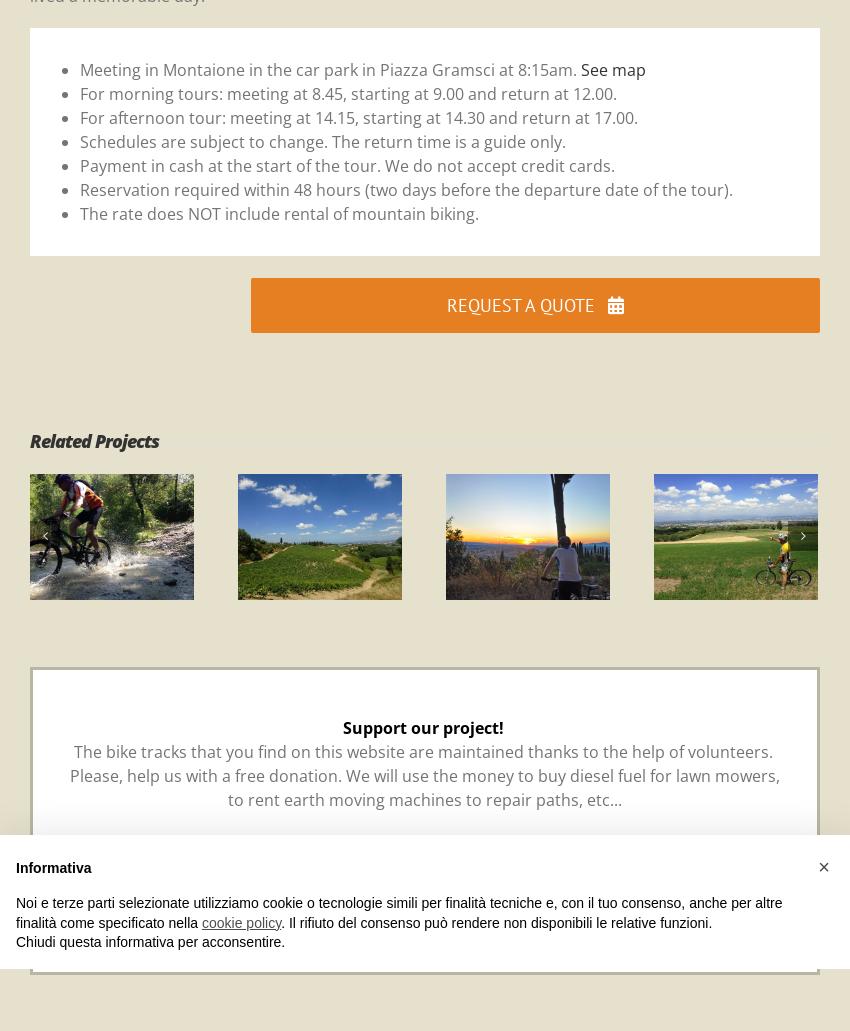  What do you see at coordinates (241, 922) in the screenshot?
I see `'cookie policy'` at bounding box center [241, 922].